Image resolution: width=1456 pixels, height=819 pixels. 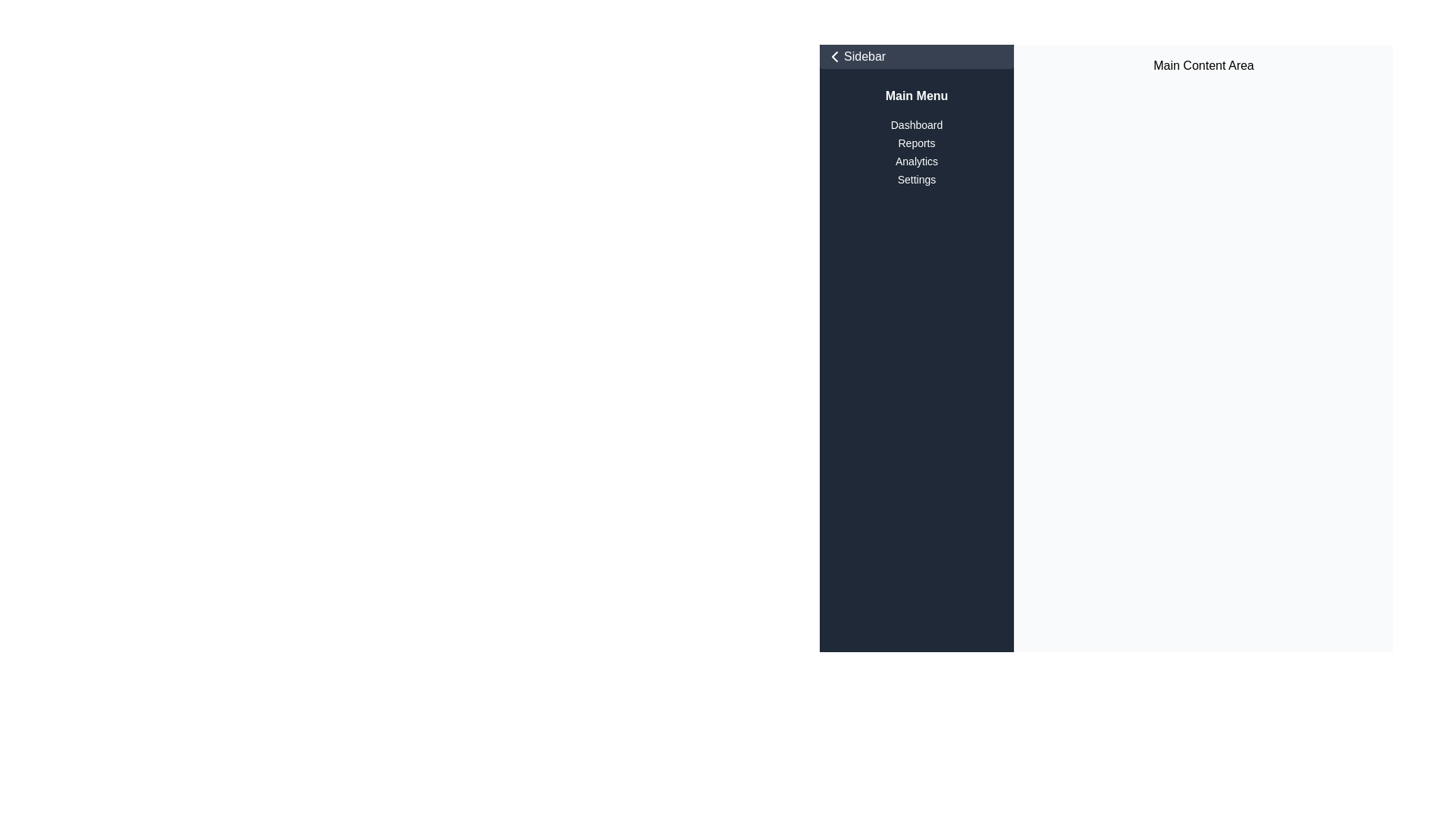 I want to click on the 'Main Menu' label, which is a bold white text on a dark background, located at the top of the sidebar on the left side of the interface, so click(x=916, y=96).